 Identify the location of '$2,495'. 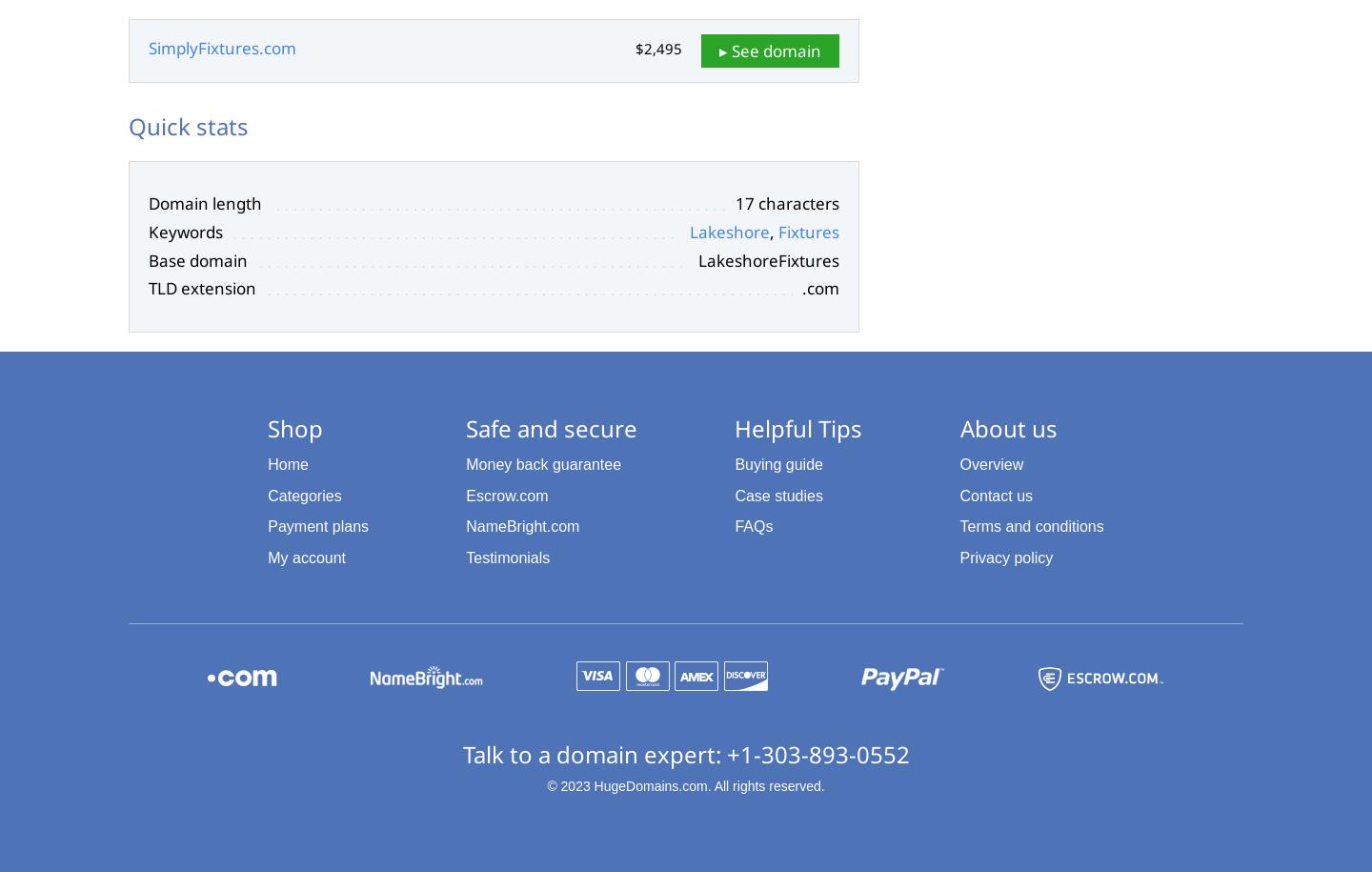
(658, 48).